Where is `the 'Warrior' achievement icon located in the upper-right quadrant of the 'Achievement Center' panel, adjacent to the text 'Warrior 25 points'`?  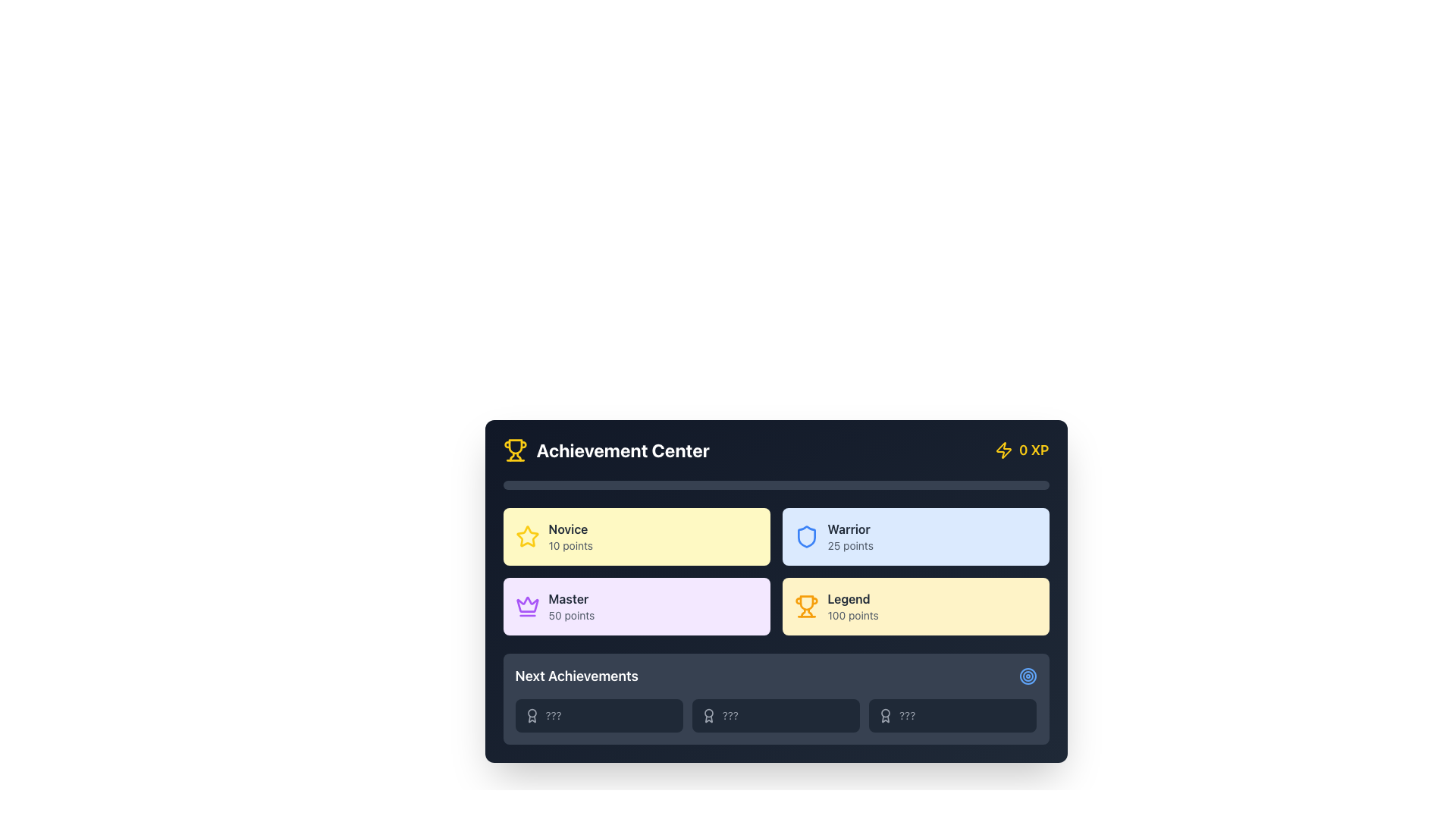
the 'Warrior' achievement icon located in the upper-right quadrant of the 'Achievement Center' panel, adjacent to the text 'Warrior 25 points' is located at coordinates (805, 536).